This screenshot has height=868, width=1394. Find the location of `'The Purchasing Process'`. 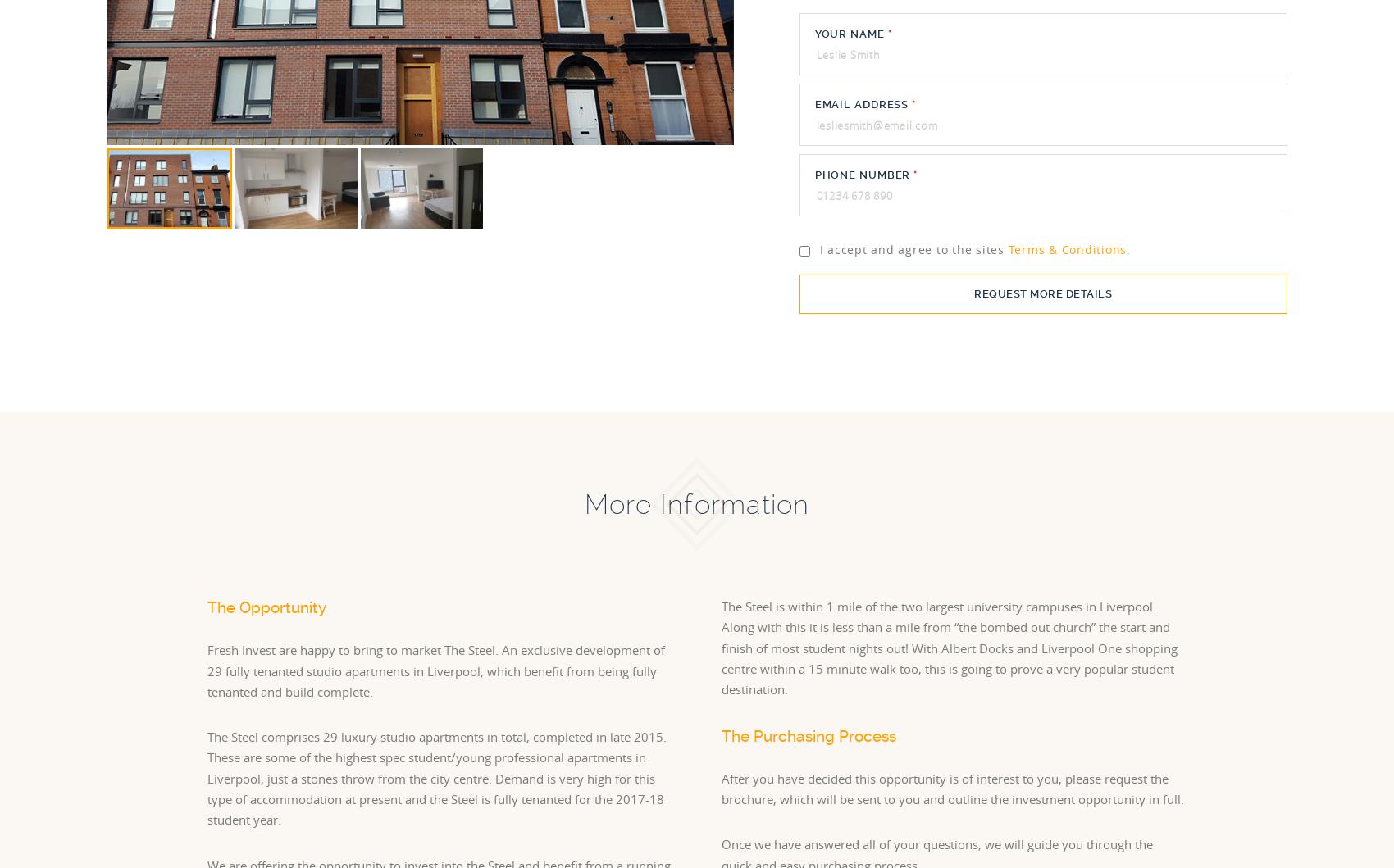

'The Purchasing Process' is located at coordinates (808, 736).